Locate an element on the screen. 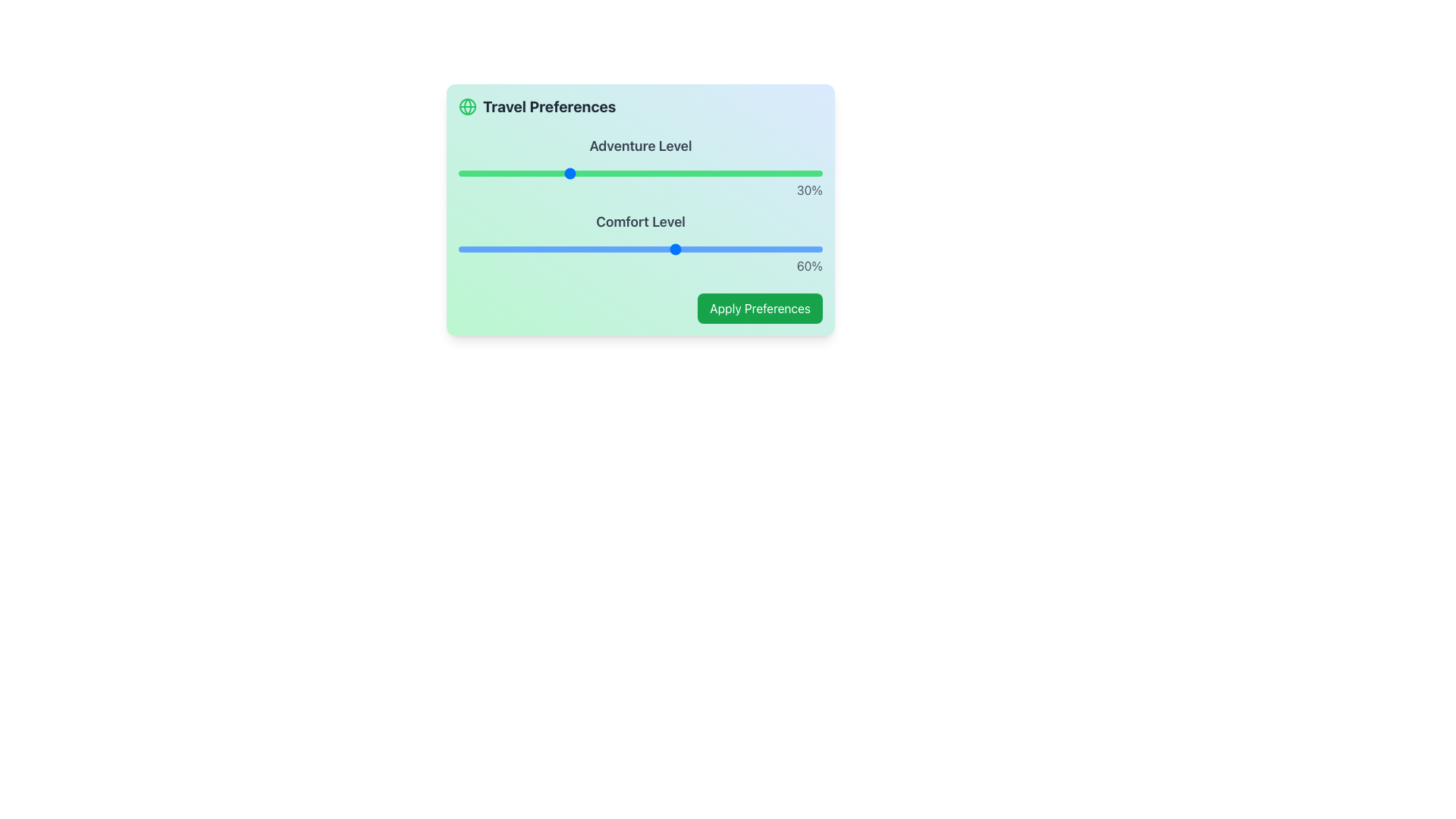  text label displaying '30%' which represents the slider value for the Adventure Level is located at coordinates (640, 189).